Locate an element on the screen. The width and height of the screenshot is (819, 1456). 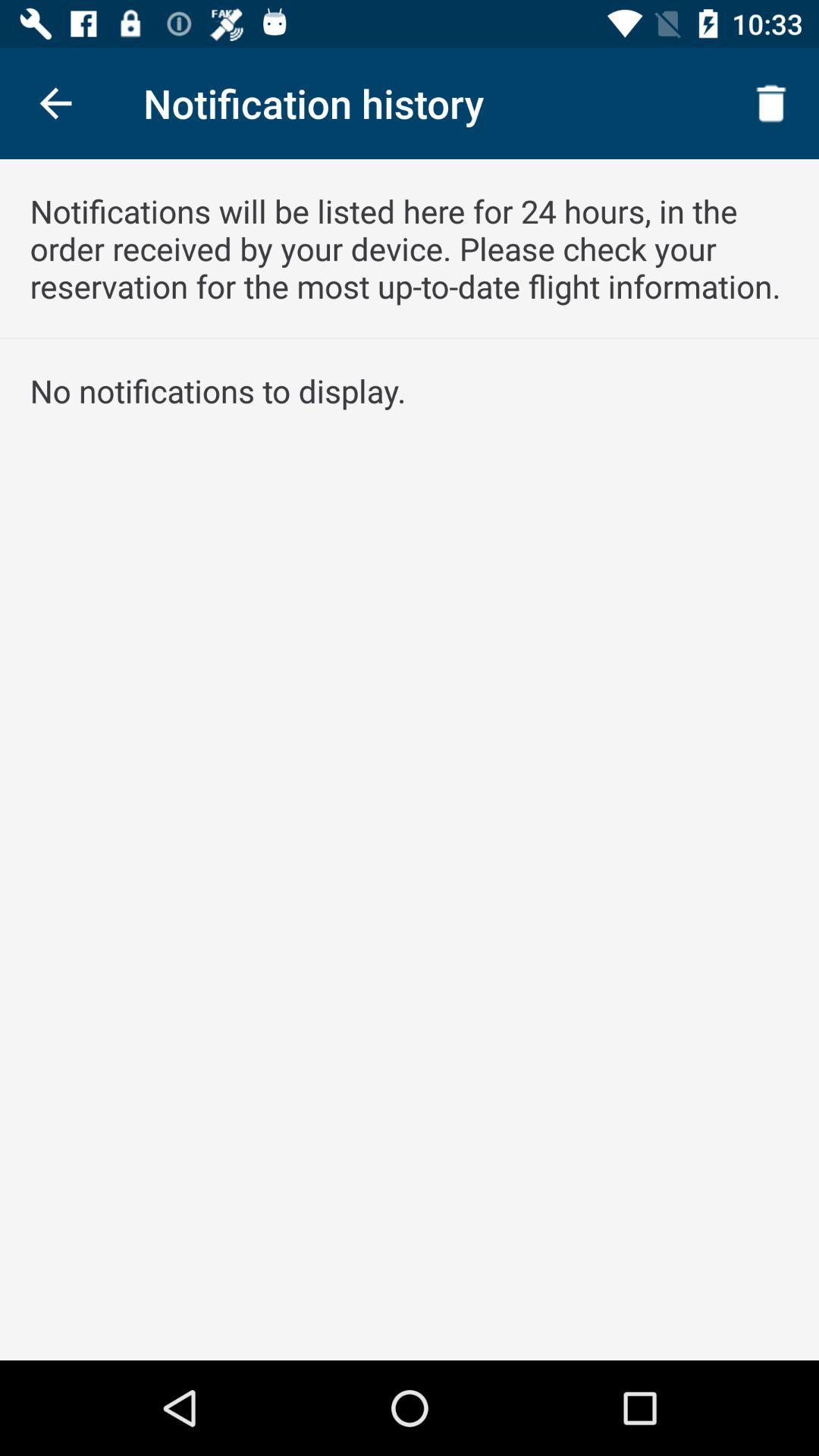
icon to the right of the notification history icon is located at coordinates (771, 102).